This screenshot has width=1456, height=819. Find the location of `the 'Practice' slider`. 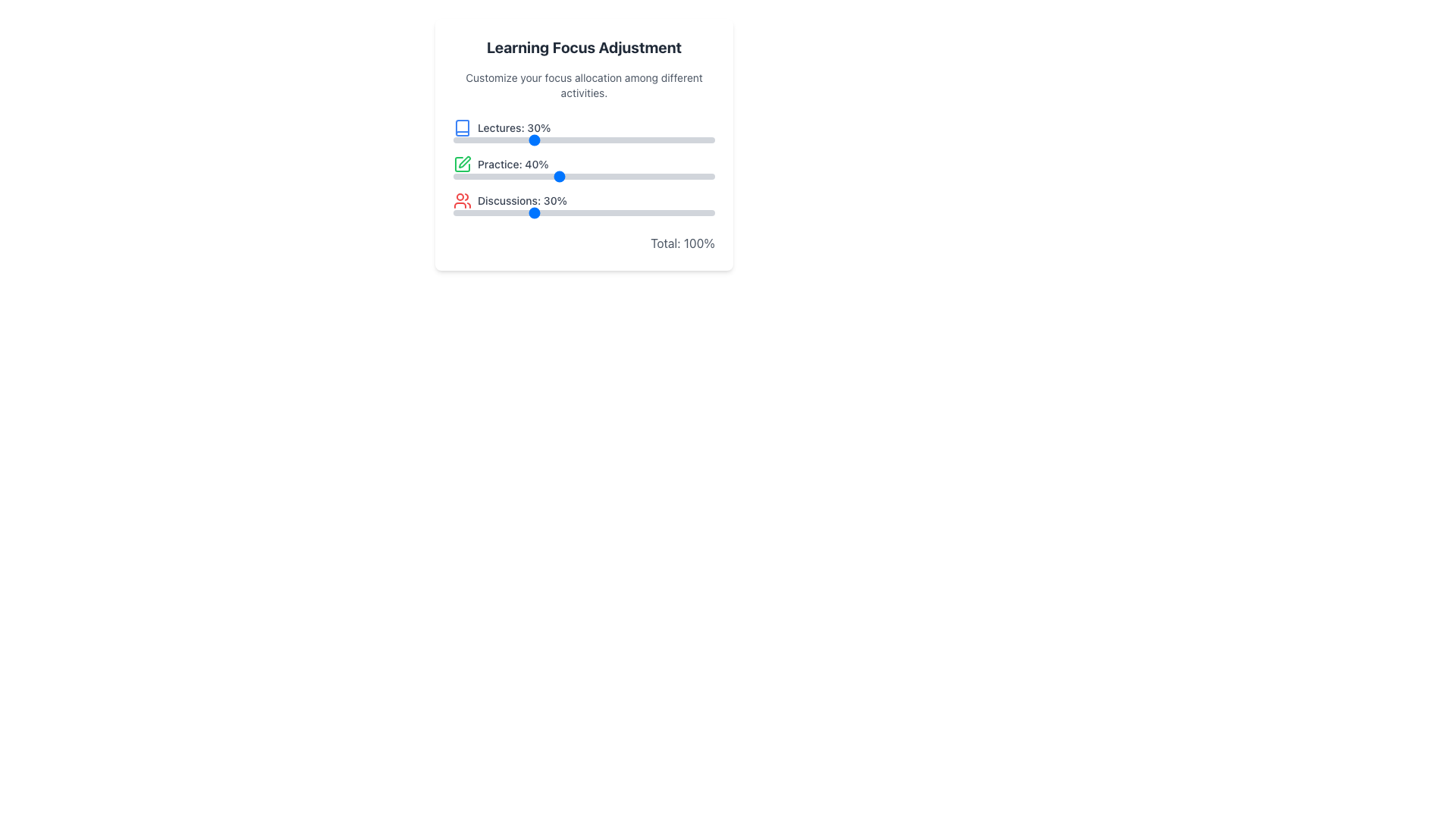

the 'Practice' slider is located at coordinates (657, 175).